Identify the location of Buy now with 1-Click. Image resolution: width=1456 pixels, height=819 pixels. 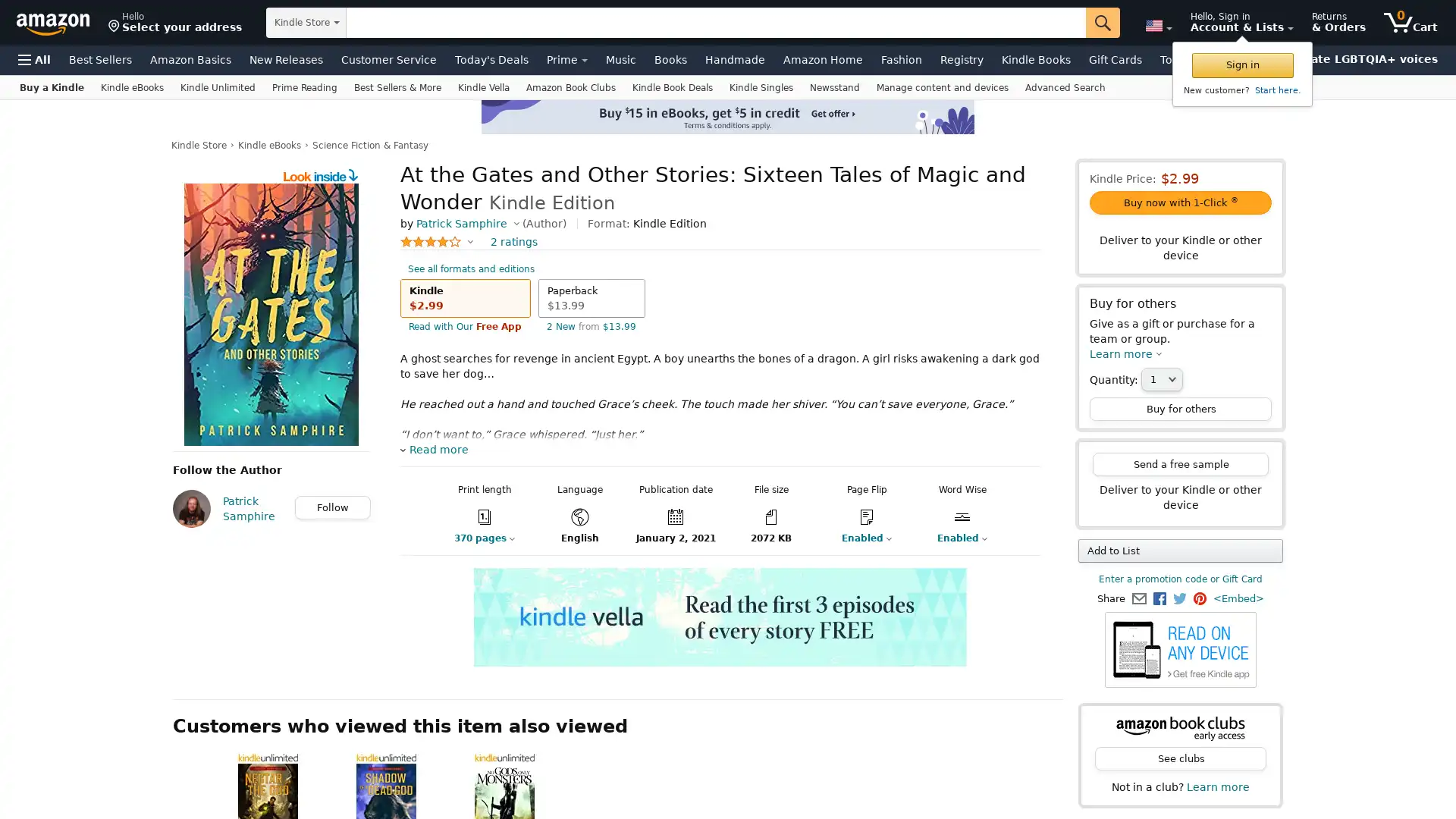
(1179, 202).